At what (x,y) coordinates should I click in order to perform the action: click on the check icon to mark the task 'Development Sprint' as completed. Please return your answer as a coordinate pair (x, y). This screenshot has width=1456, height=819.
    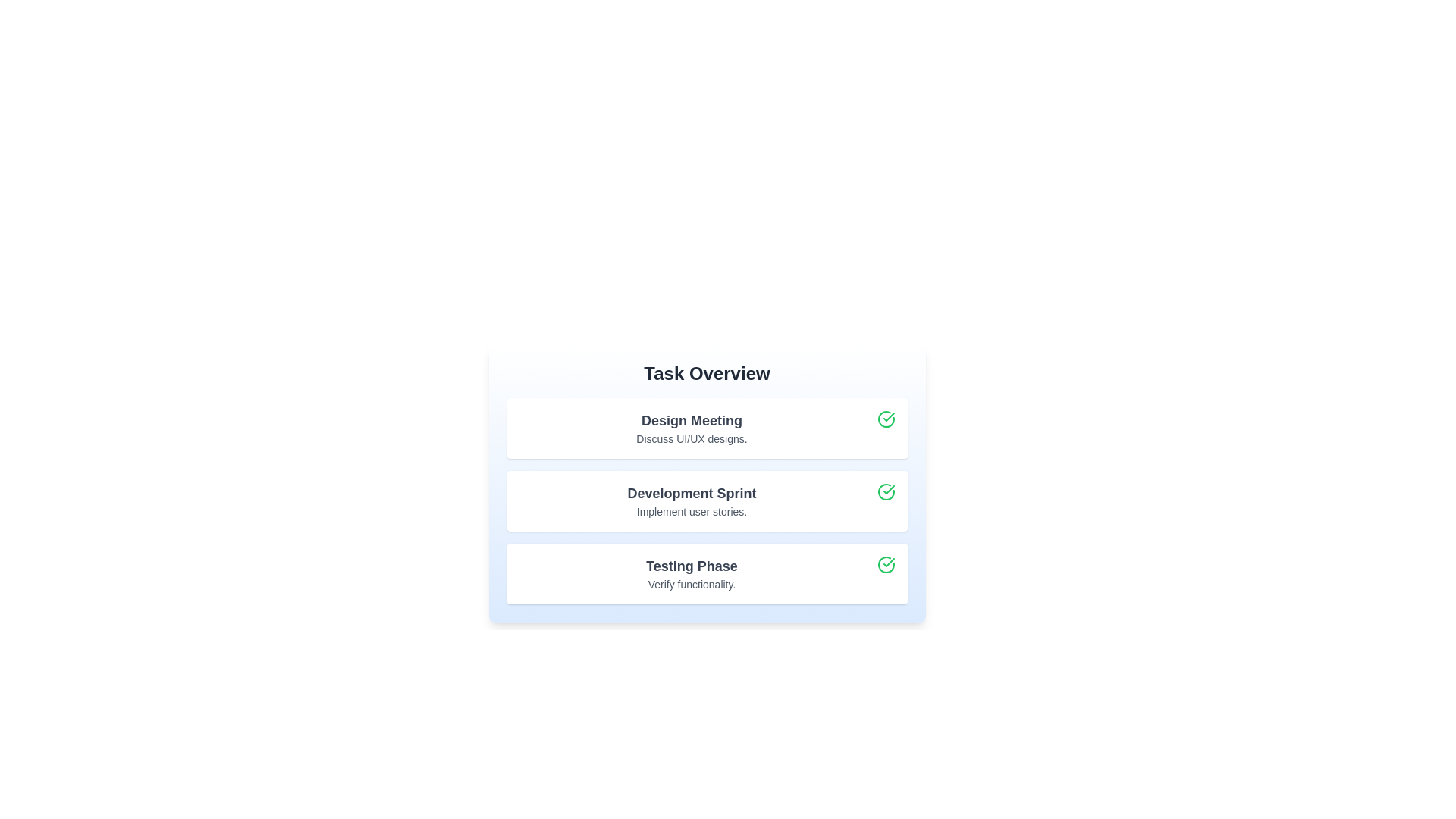
    Looking at the image, I should click on (886, 491).